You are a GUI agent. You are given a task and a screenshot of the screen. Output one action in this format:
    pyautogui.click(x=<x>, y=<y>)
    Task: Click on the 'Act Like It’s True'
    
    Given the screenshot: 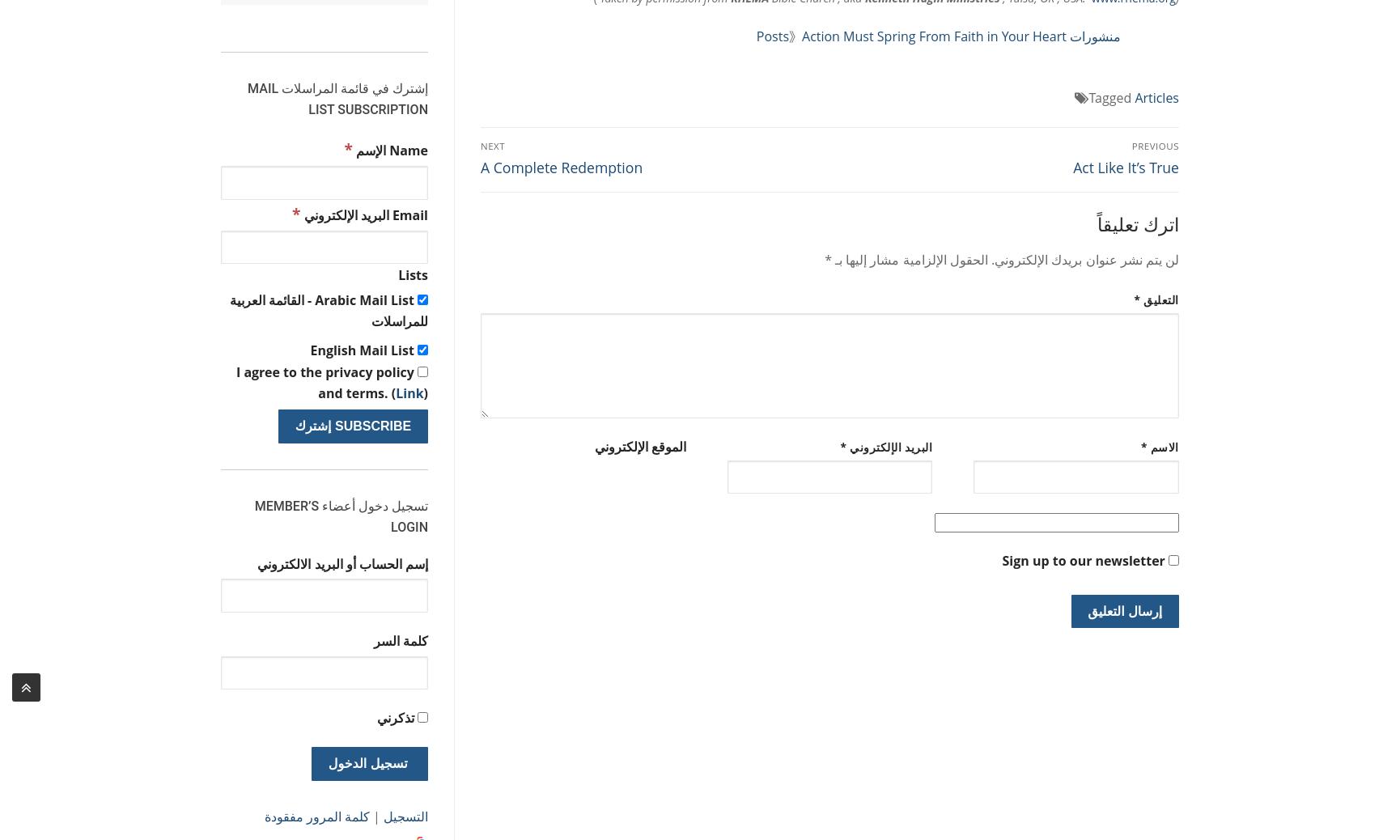 What is the action you would take?
    pyautogui.click(x=1125, y=166)
    